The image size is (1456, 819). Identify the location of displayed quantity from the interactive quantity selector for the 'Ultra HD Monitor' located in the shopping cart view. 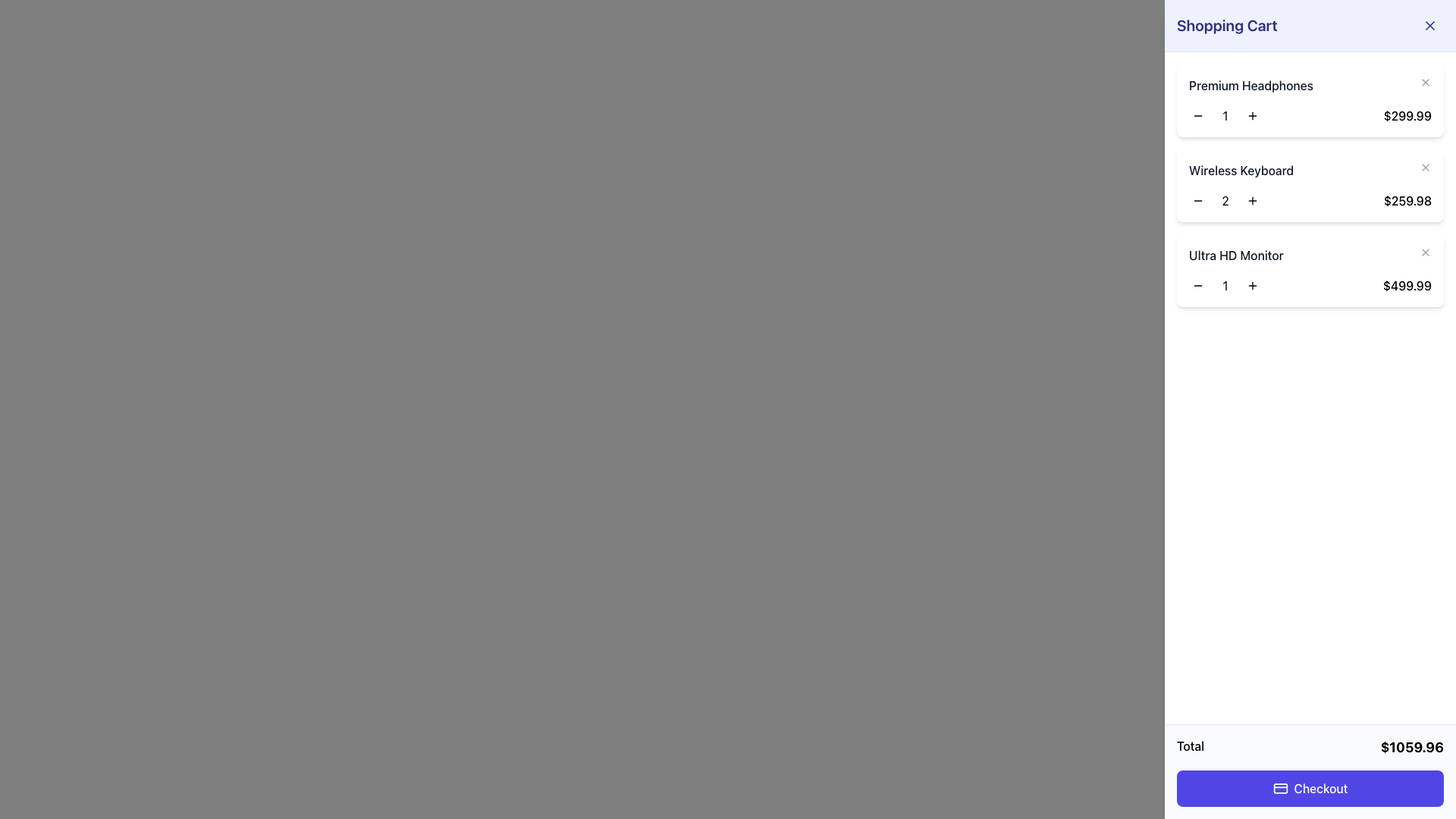
(1310, 286).